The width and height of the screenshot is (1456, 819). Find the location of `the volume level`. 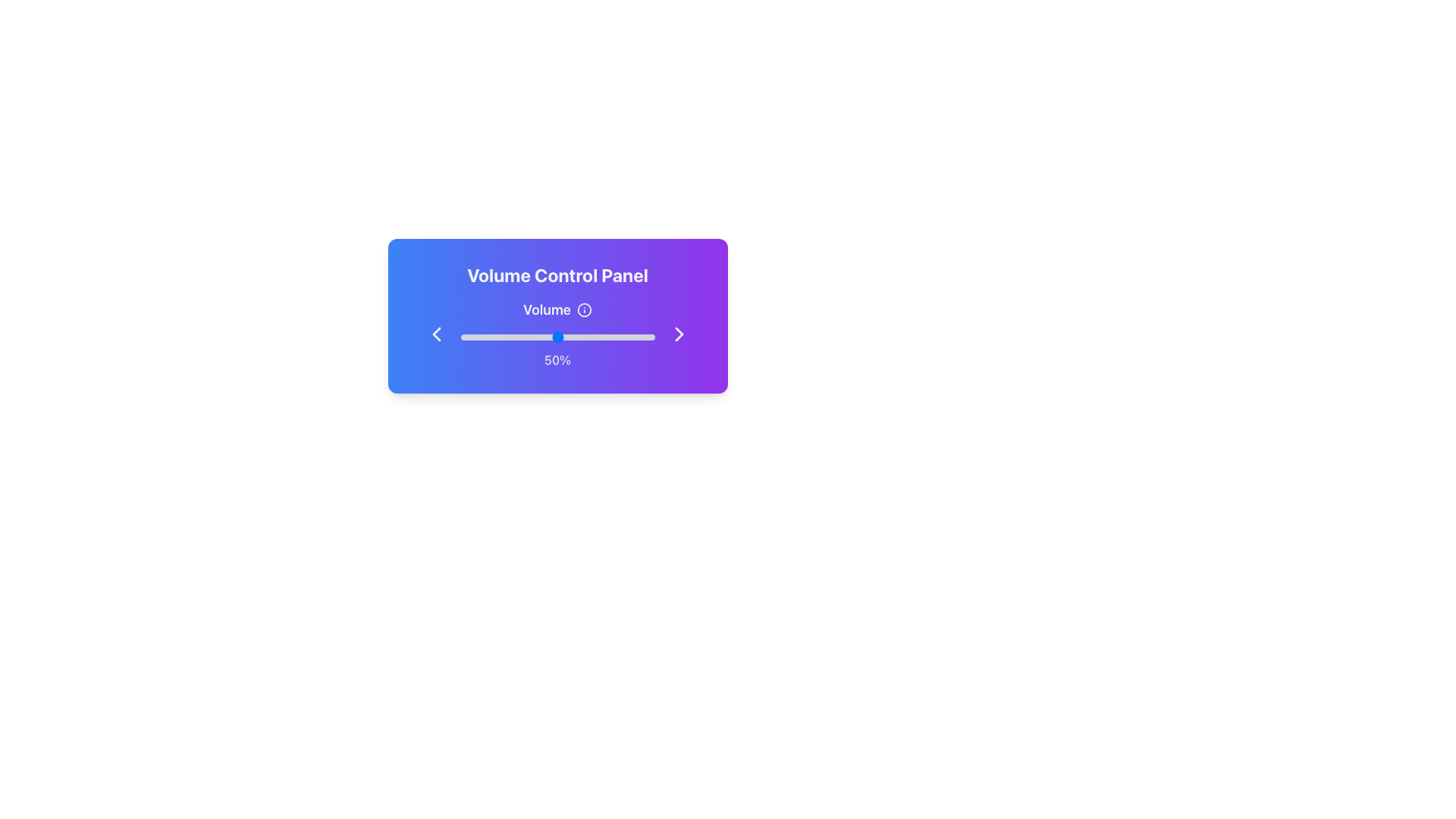

the volume level is located at coordinates (637, 336).